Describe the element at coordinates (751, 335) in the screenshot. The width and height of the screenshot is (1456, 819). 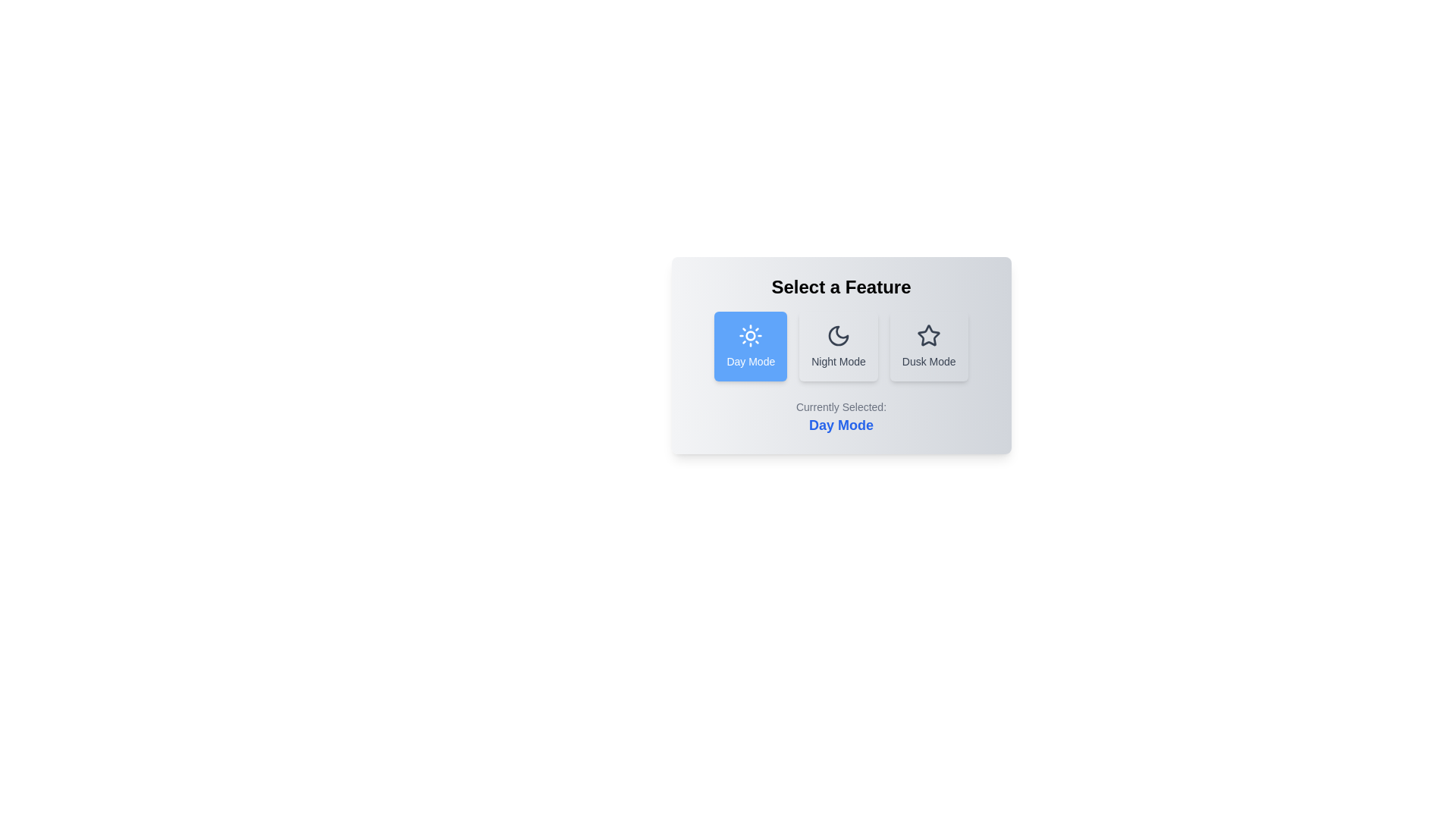
I see `the icon of the button labeled Day Mode` at that location.